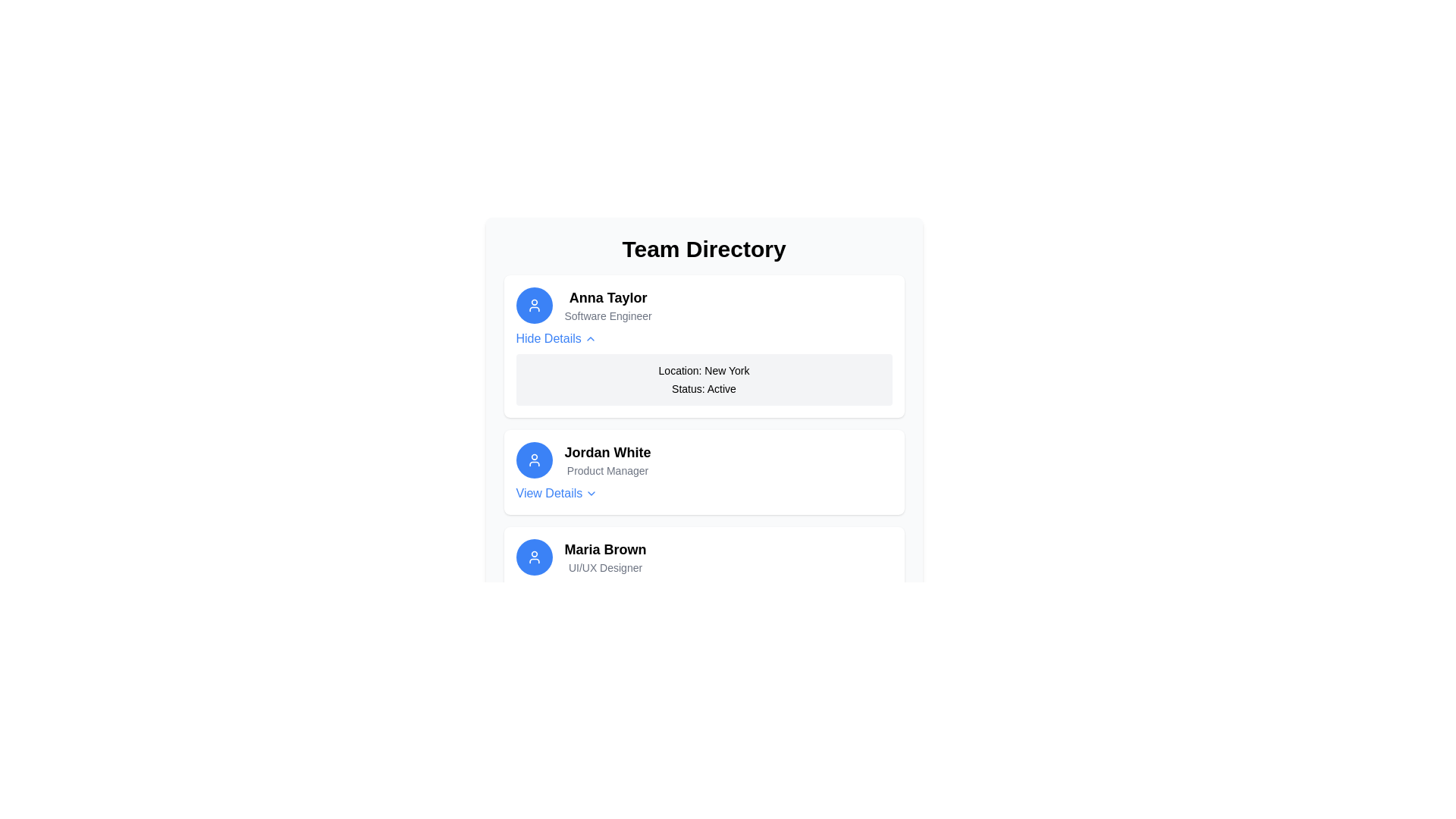  Describe the element at coordinates (534, 459) in the screenshot. I see `the user avatar icon for 'Jordan White - Product Manager' located at the start of the second entry in the list` at that location.